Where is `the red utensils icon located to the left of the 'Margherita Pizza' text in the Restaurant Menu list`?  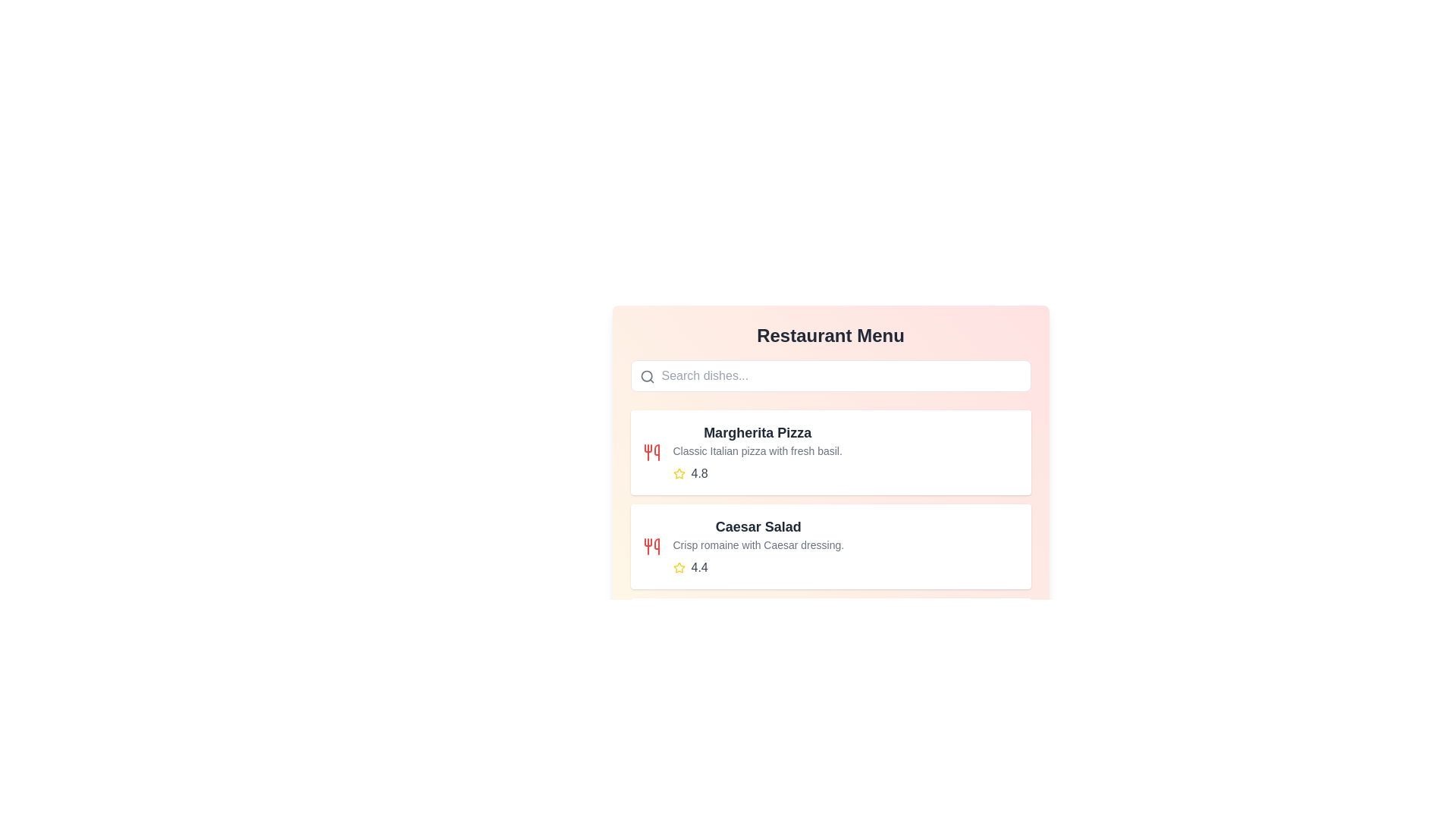 the red utensils icon located to the left of the 'Margherita Pizza' text in the Restaurant Menu list is located at coordinates (651, 452).